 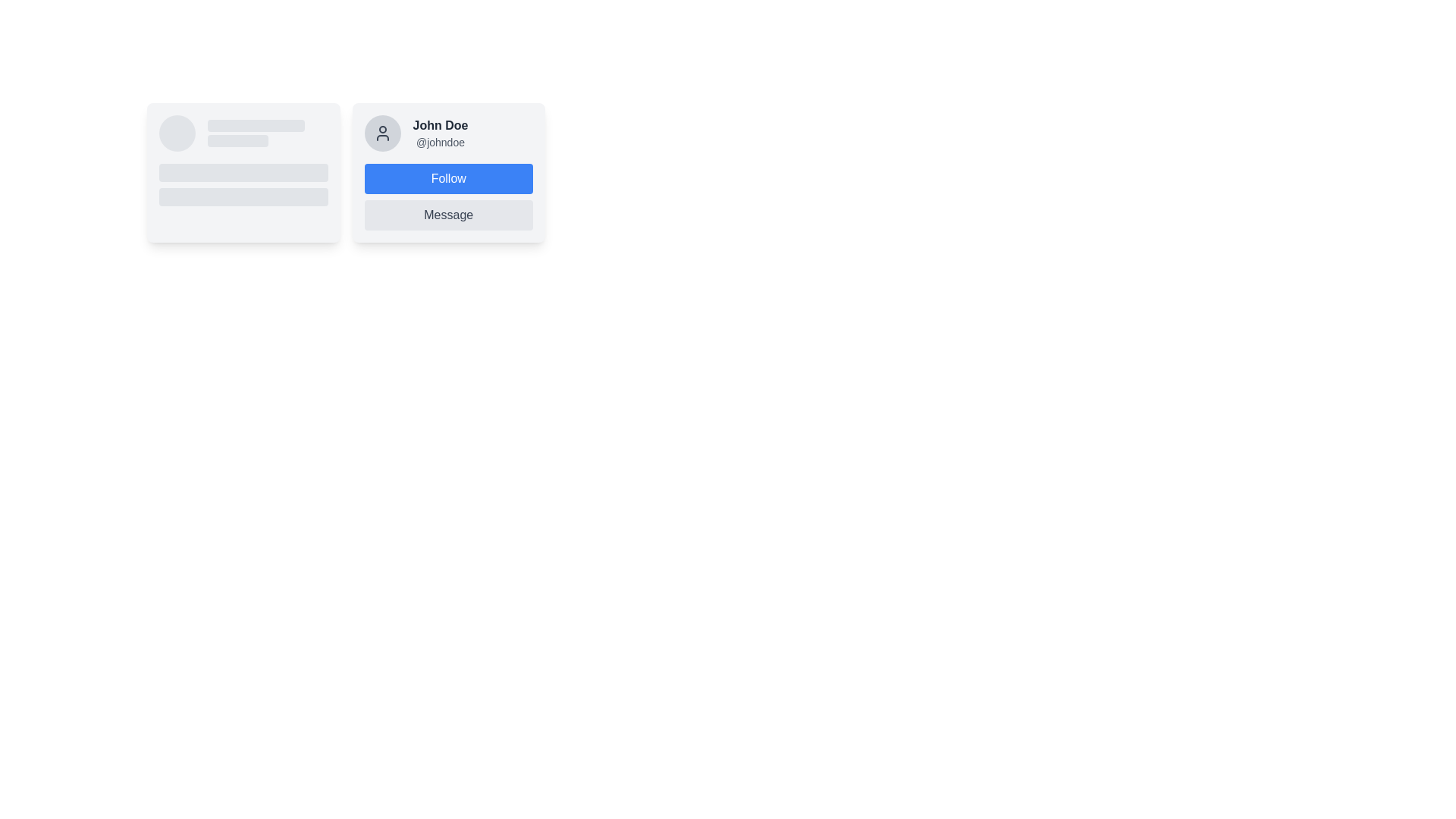 What do you see at coordinates (382, 133) in the screenshot?
I see `the user silhouette icon, which is styled with gray lines and transparent fill, located at the top left corner of a card-like component with the text 'John Doe' and '@johndoe' beneath it` at bounding box center [382, 133].